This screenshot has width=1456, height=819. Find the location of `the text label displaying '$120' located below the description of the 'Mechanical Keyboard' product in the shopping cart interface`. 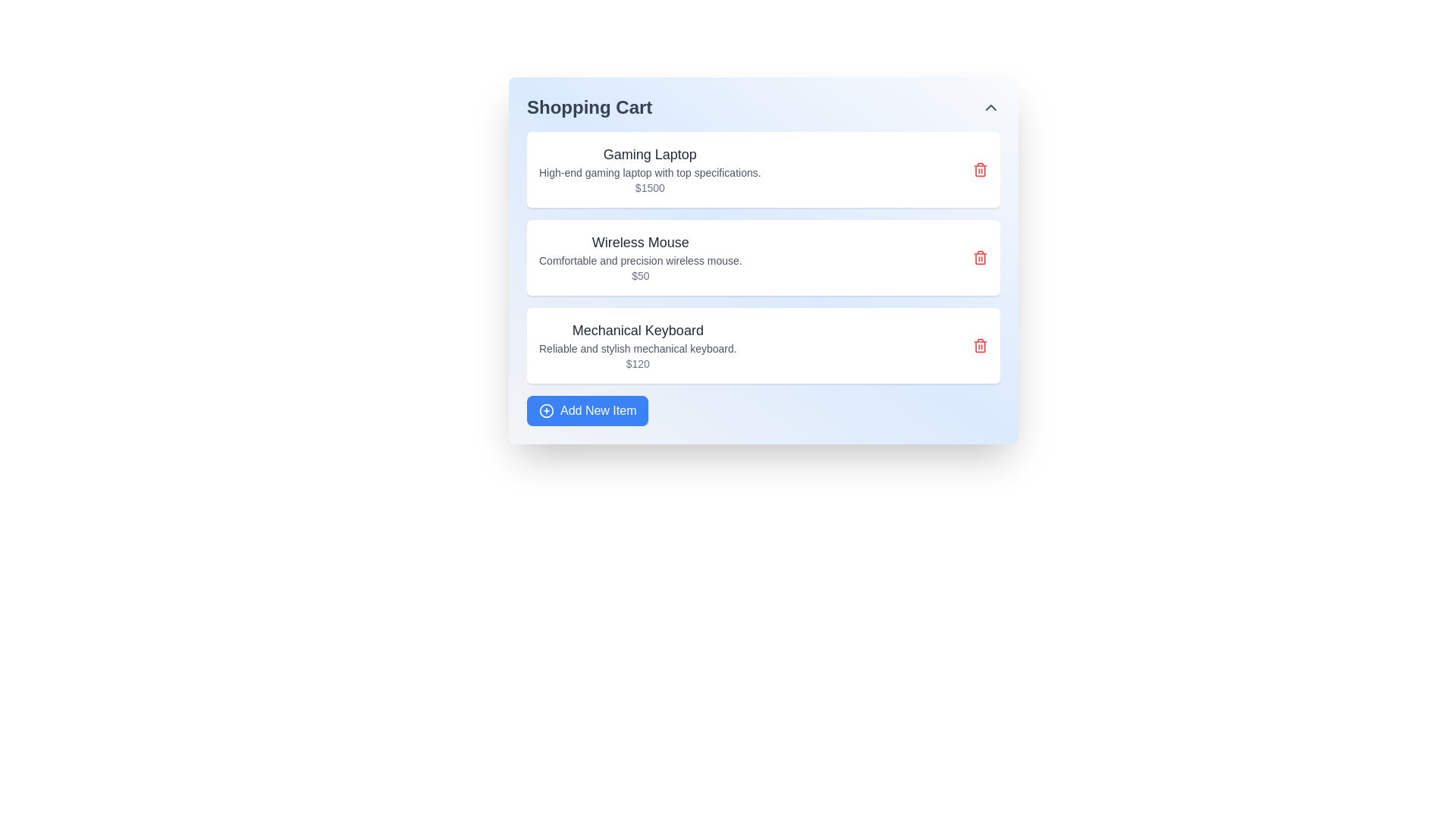

the text label displaying '$120' located below the description of the 'Mechanical Keyboard' product in the shopping cart interface is located at coordinates (638, 363).